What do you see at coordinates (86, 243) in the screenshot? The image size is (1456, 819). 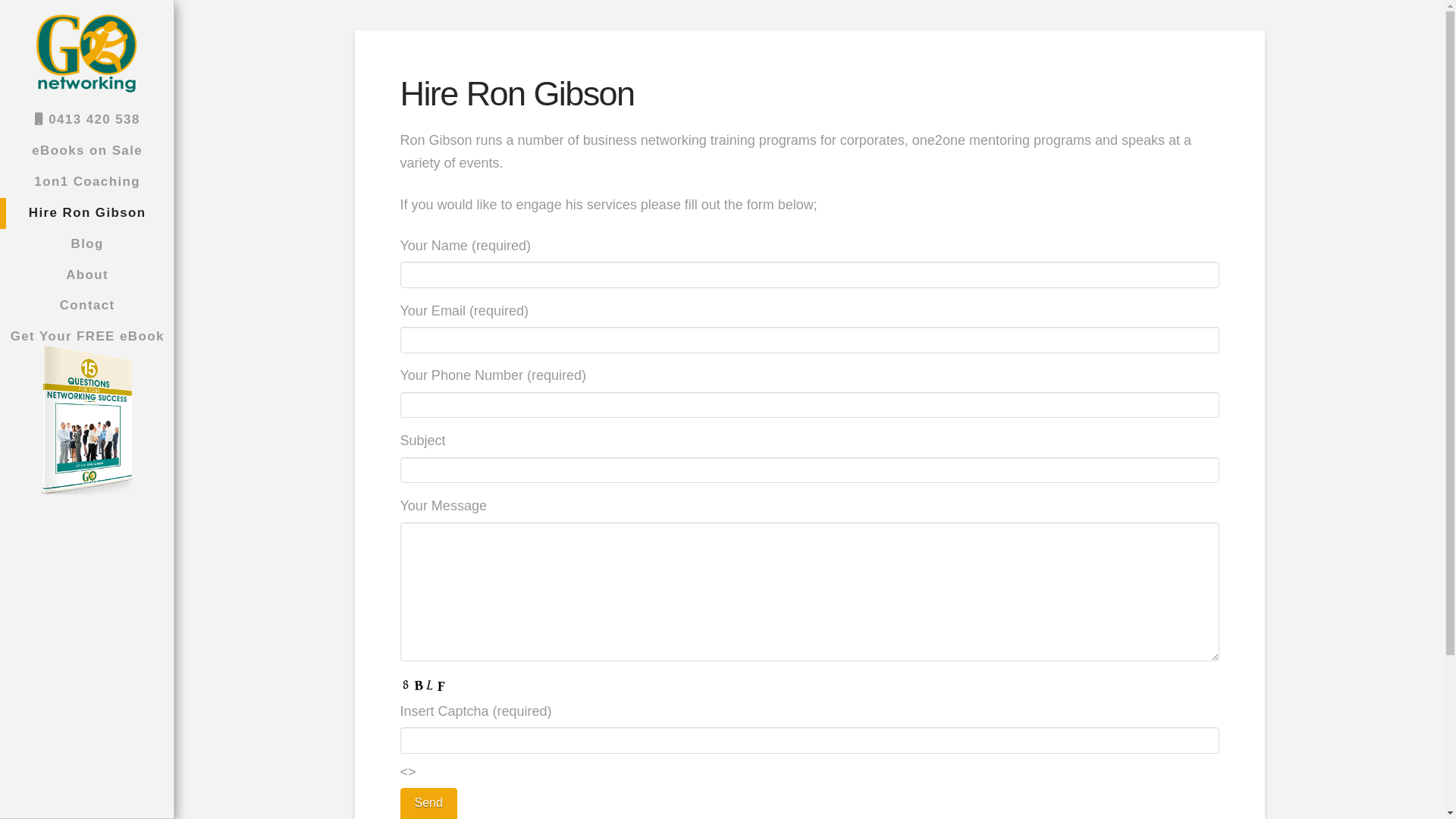 I see `'Blog'` at bounding box center [86, 243].